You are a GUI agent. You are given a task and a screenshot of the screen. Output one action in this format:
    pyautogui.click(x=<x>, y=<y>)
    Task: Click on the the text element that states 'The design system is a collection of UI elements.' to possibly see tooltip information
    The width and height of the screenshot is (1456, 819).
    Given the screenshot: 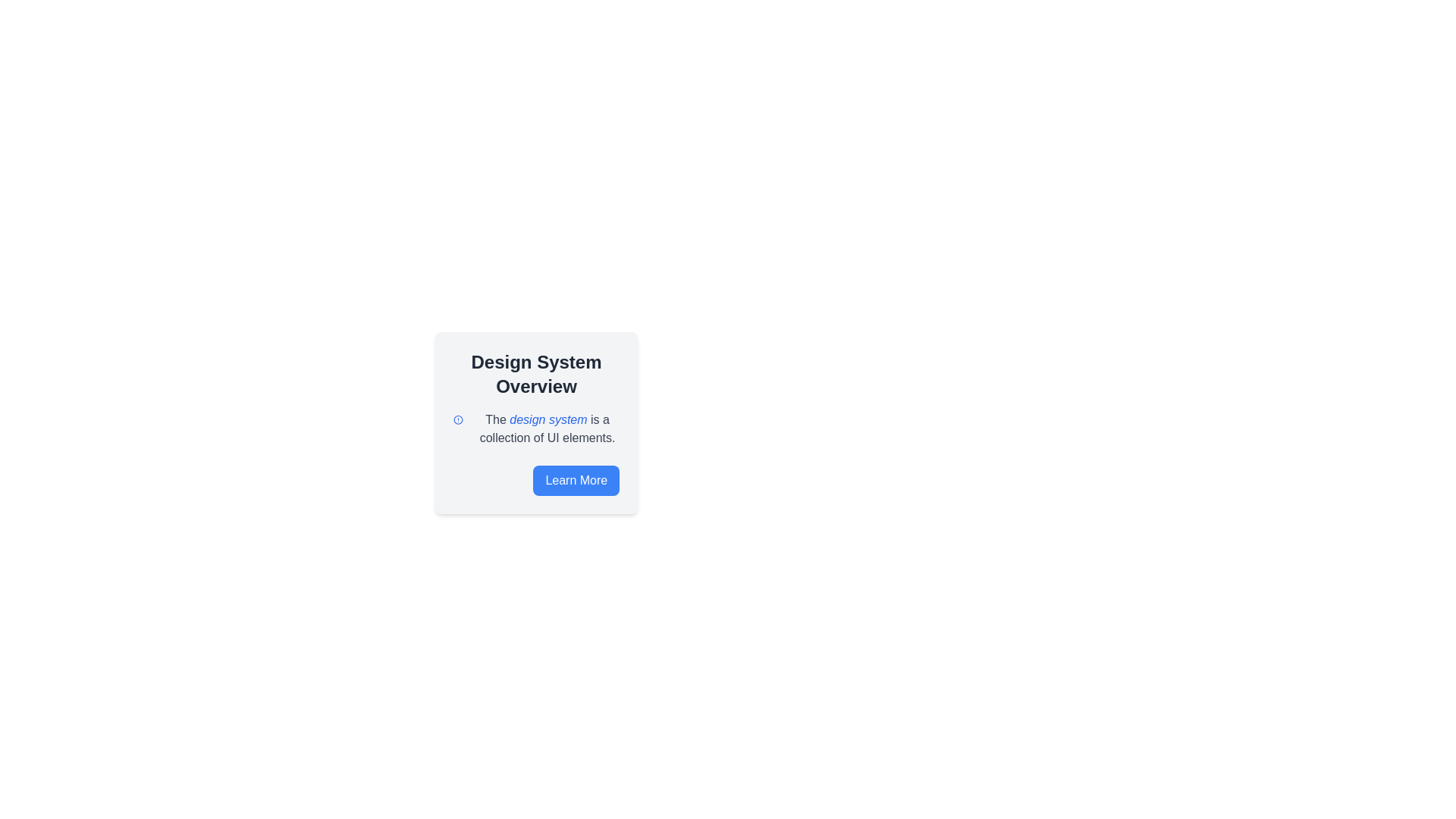 What is the action you would take?
    pyautogui.click(x=536, y=429)
    